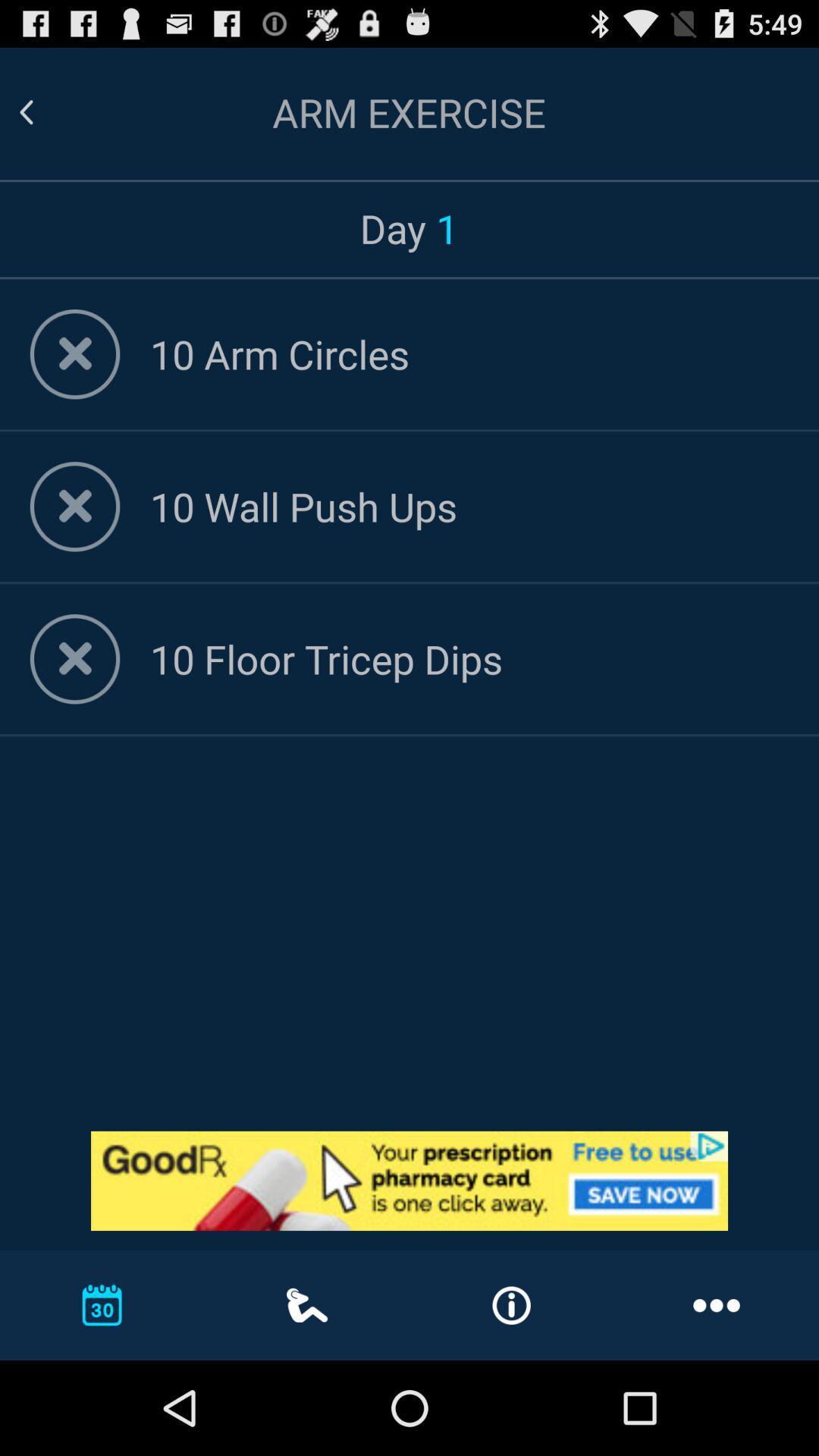 The height and width of the screenshot is (1456, 819). What do you see at coordinates (75, 507) in the screenshot?
I see `options` at bounding box center [75, 507].